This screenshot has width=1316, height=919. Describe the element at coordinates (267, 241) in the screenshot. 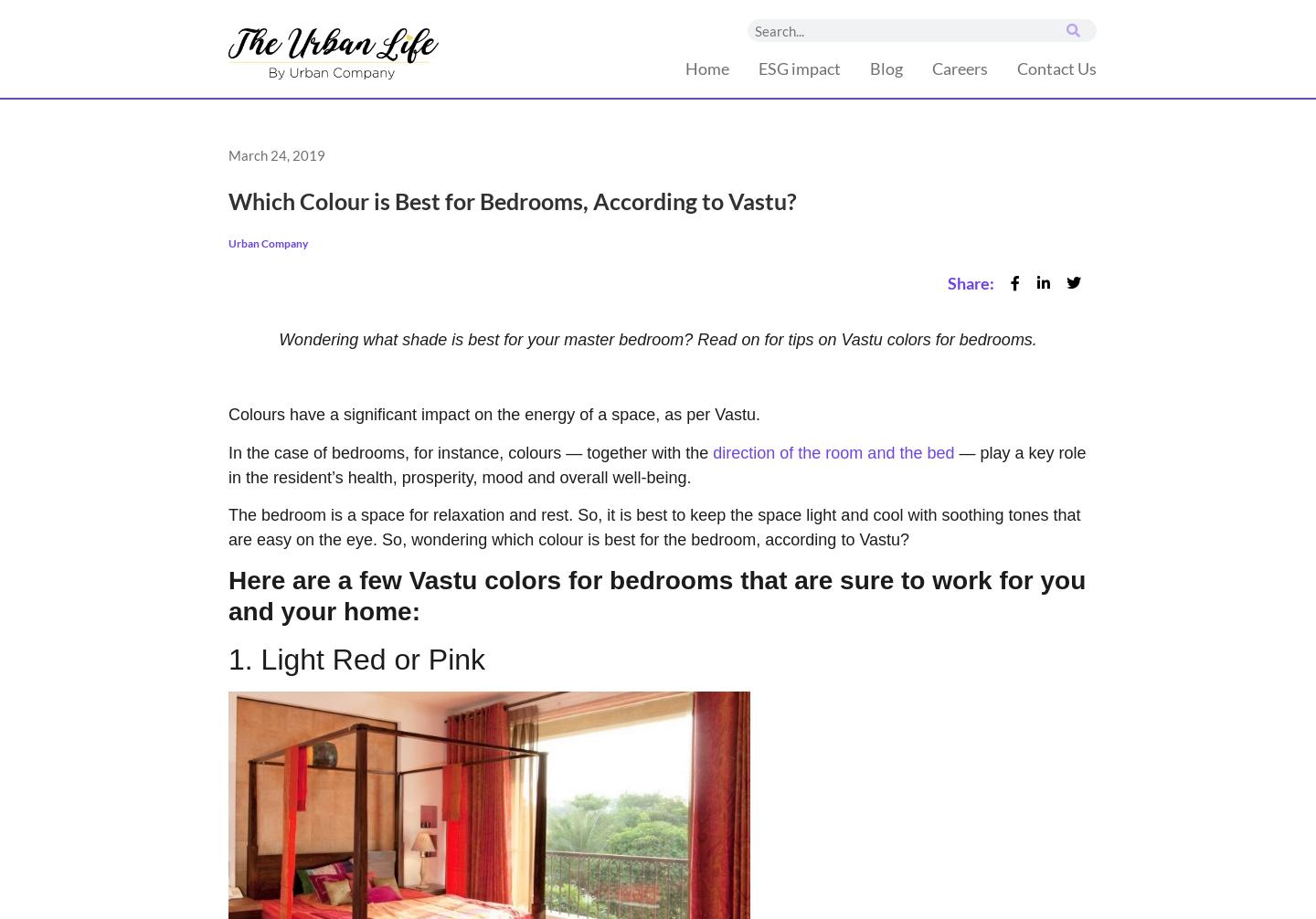

I see `'Urban Company'` at that location.